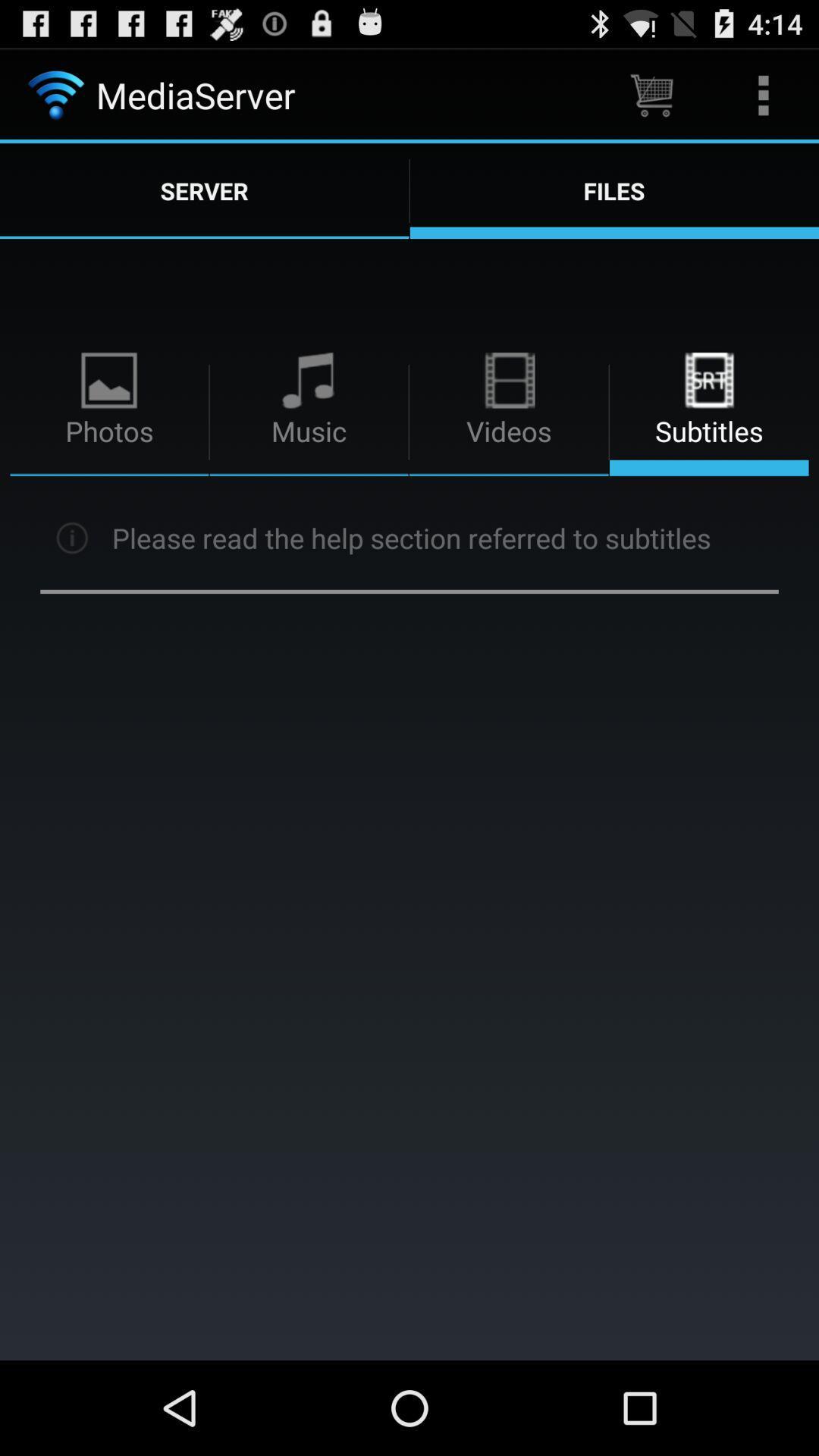  I want to click on app to the right of the mediaserver item, so click(651, 94).